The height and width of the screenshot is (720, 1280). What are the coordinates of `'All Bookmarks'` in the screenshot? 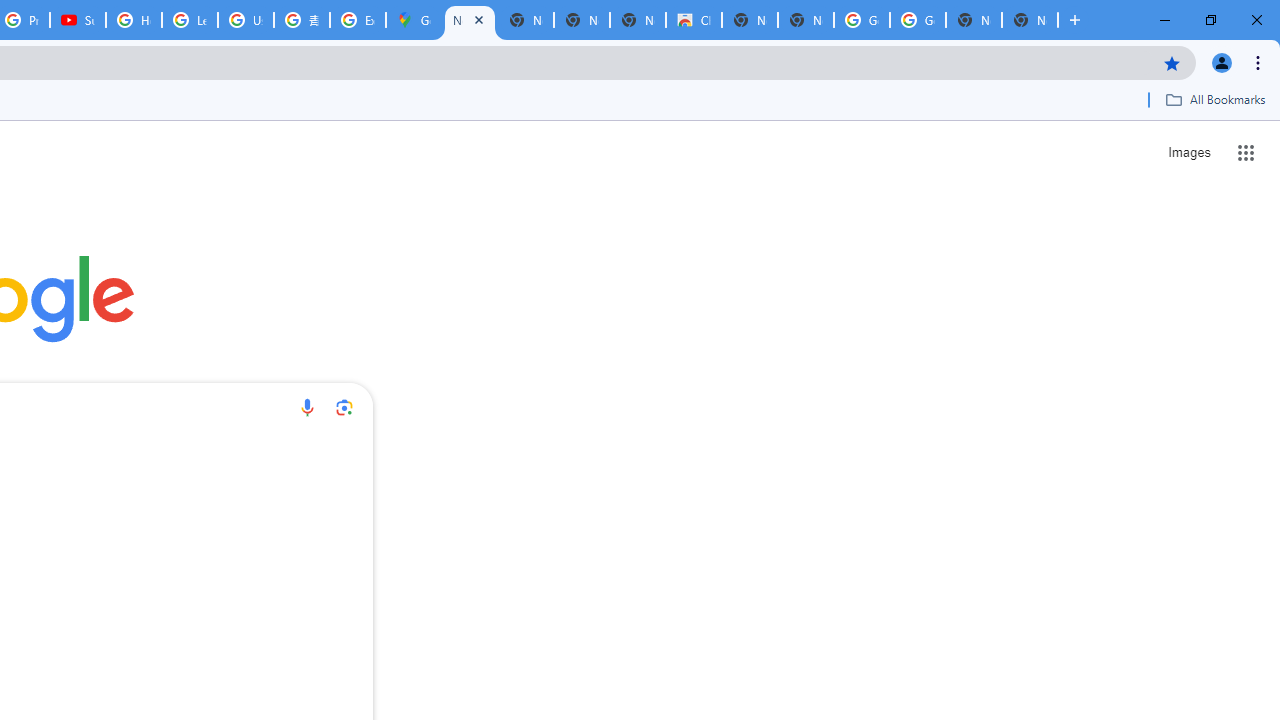 It's located at (1214, 99).